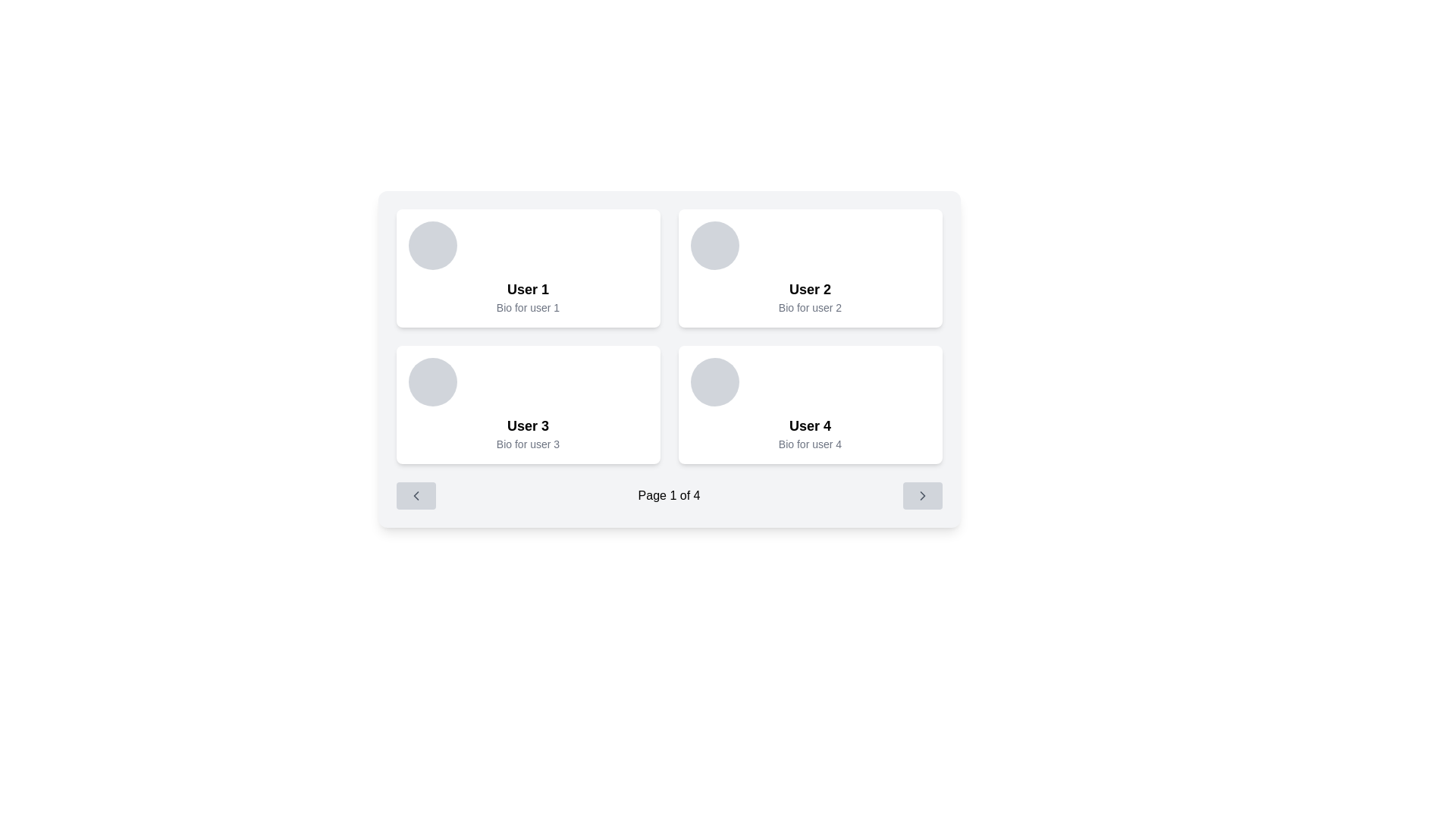 The height and width of the screenshot is (819, 1456). Describe the element at coordinates (809, 444) in the screenshot. I see `the text label that provides a brief biography or tagline about 'User 4', located at the bottom part of 'User 4's card in the bottom-right quadrant of the grid layout` at that location.